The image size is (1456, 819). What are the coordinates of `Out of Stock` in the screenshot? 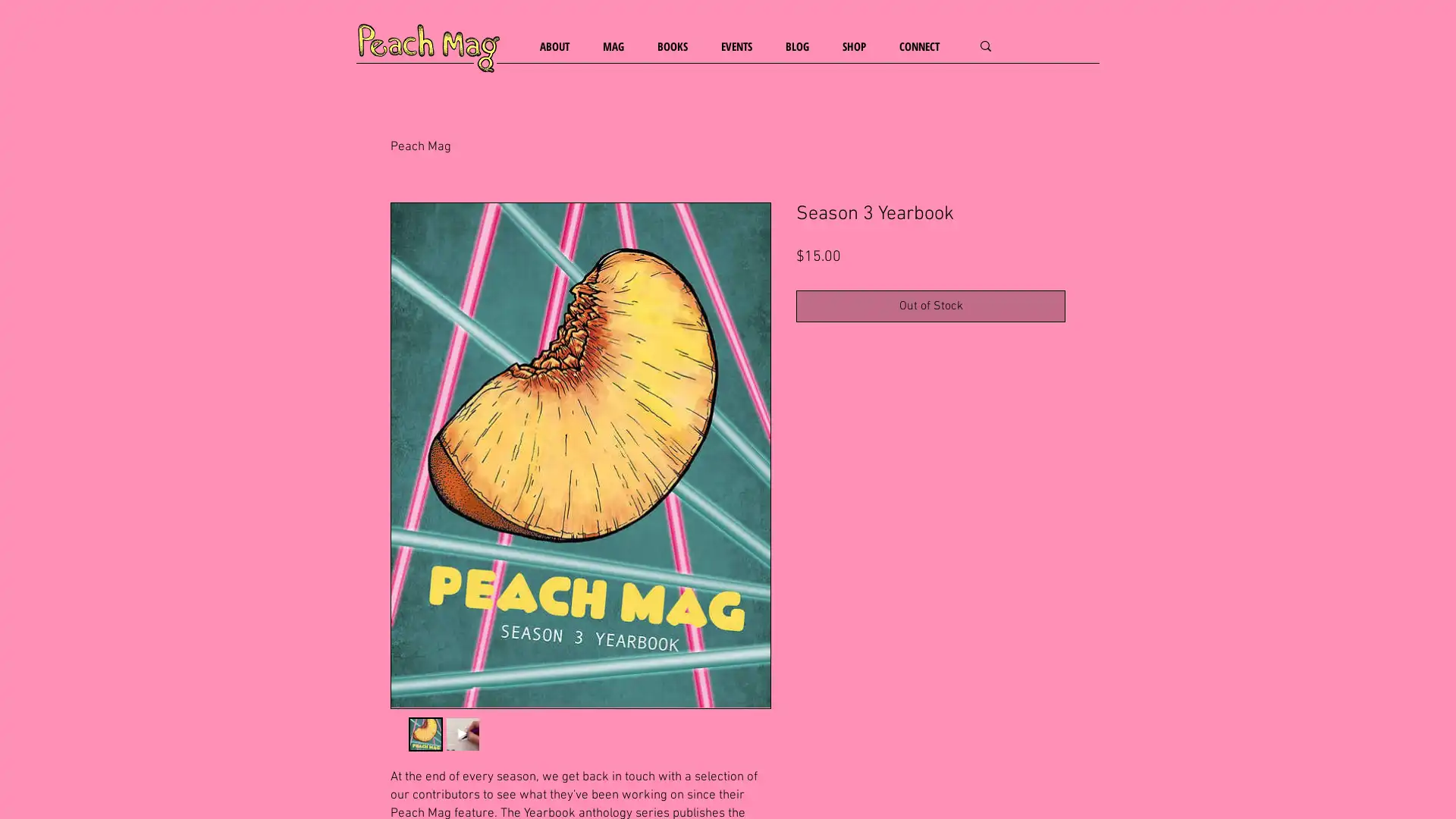 It's located at (930, 305).